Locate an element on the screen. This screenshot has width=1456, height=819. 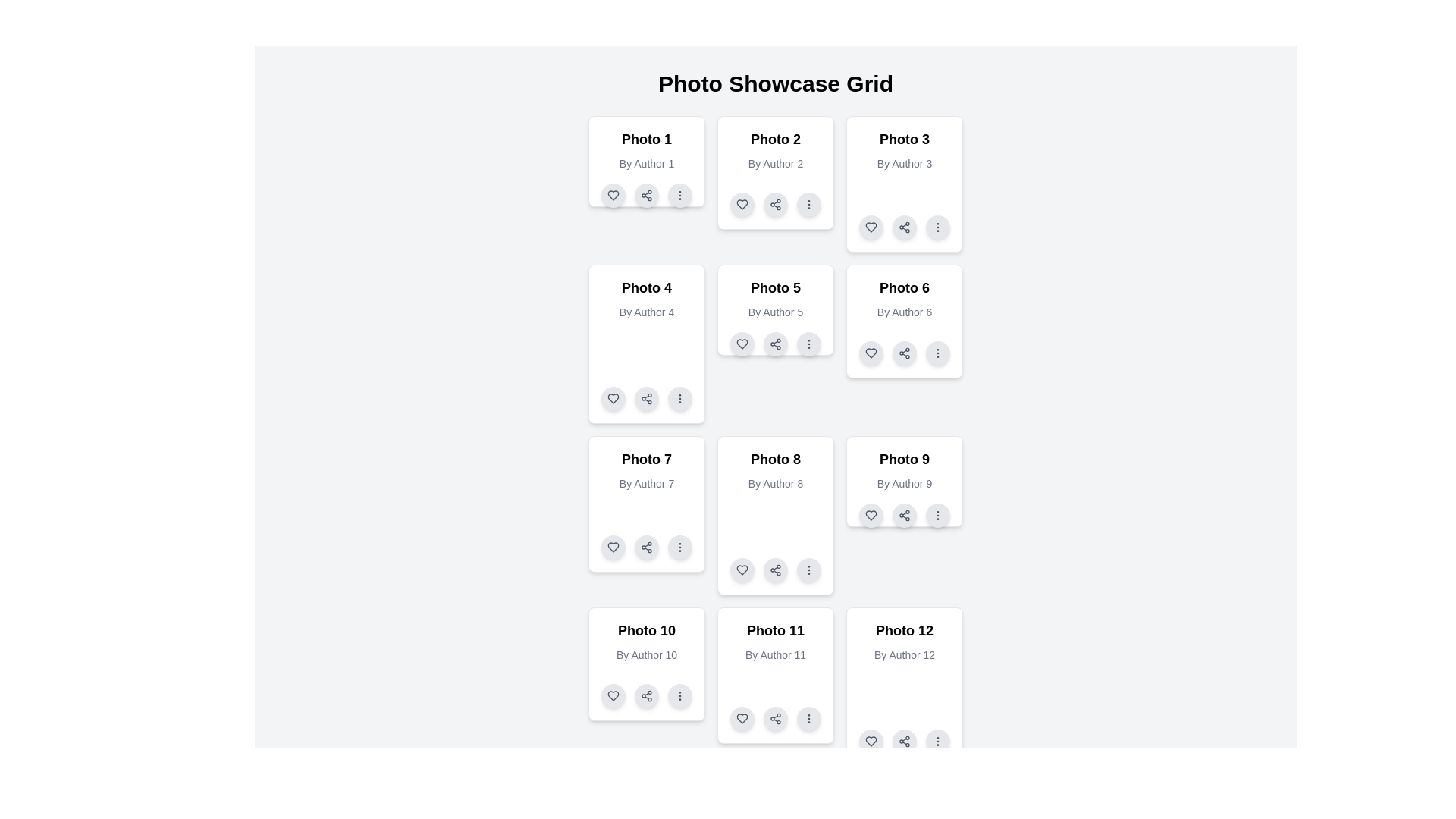
the share icon located in the center of the bottom section of the 'Photo 5' card is located at coordinates (775, 344).